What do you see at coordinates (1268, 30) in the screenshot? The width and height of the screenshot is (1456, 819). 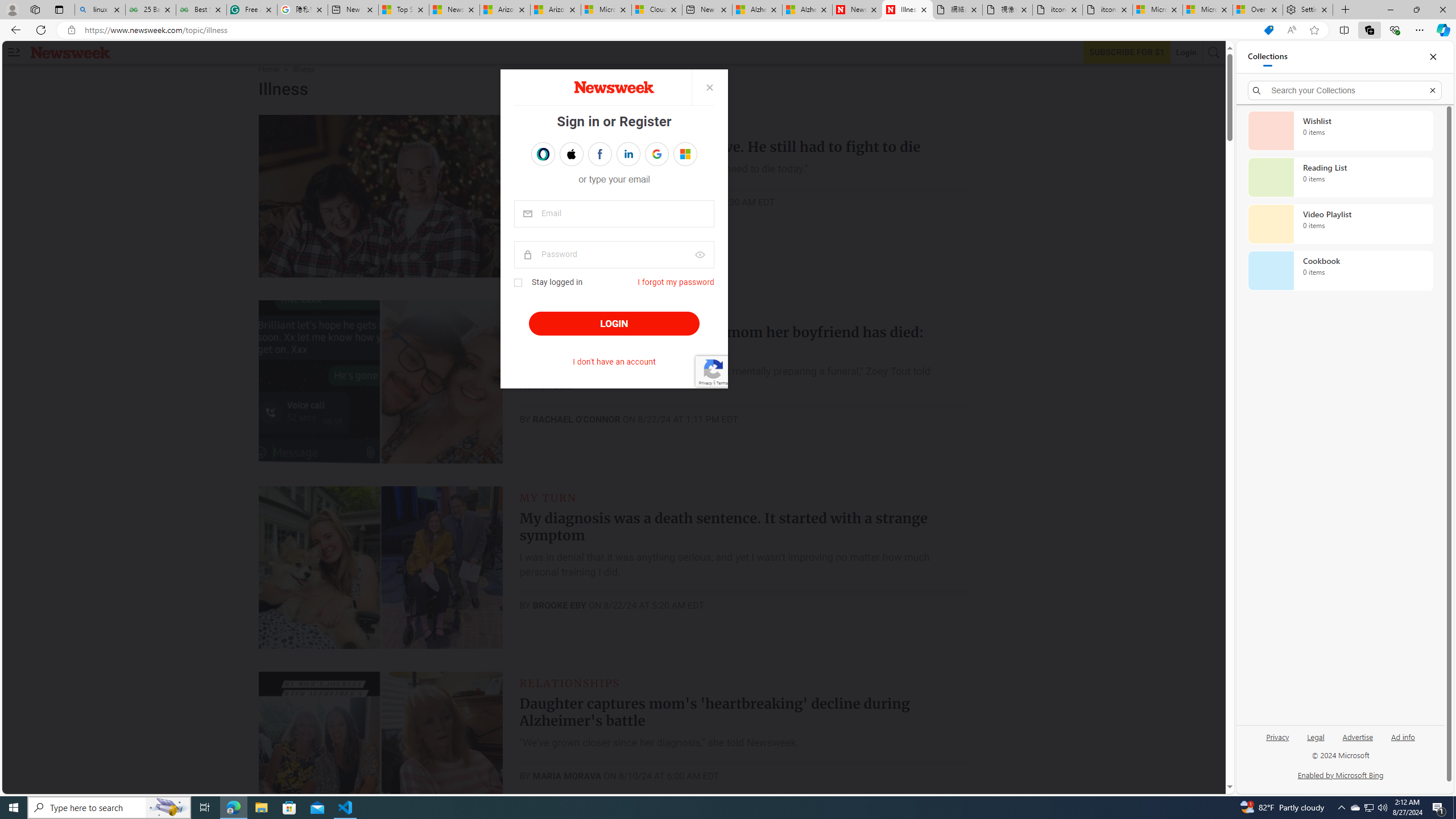 I see `'Shopping in Microsoft Edge'` at bounding box center [1268, 30].